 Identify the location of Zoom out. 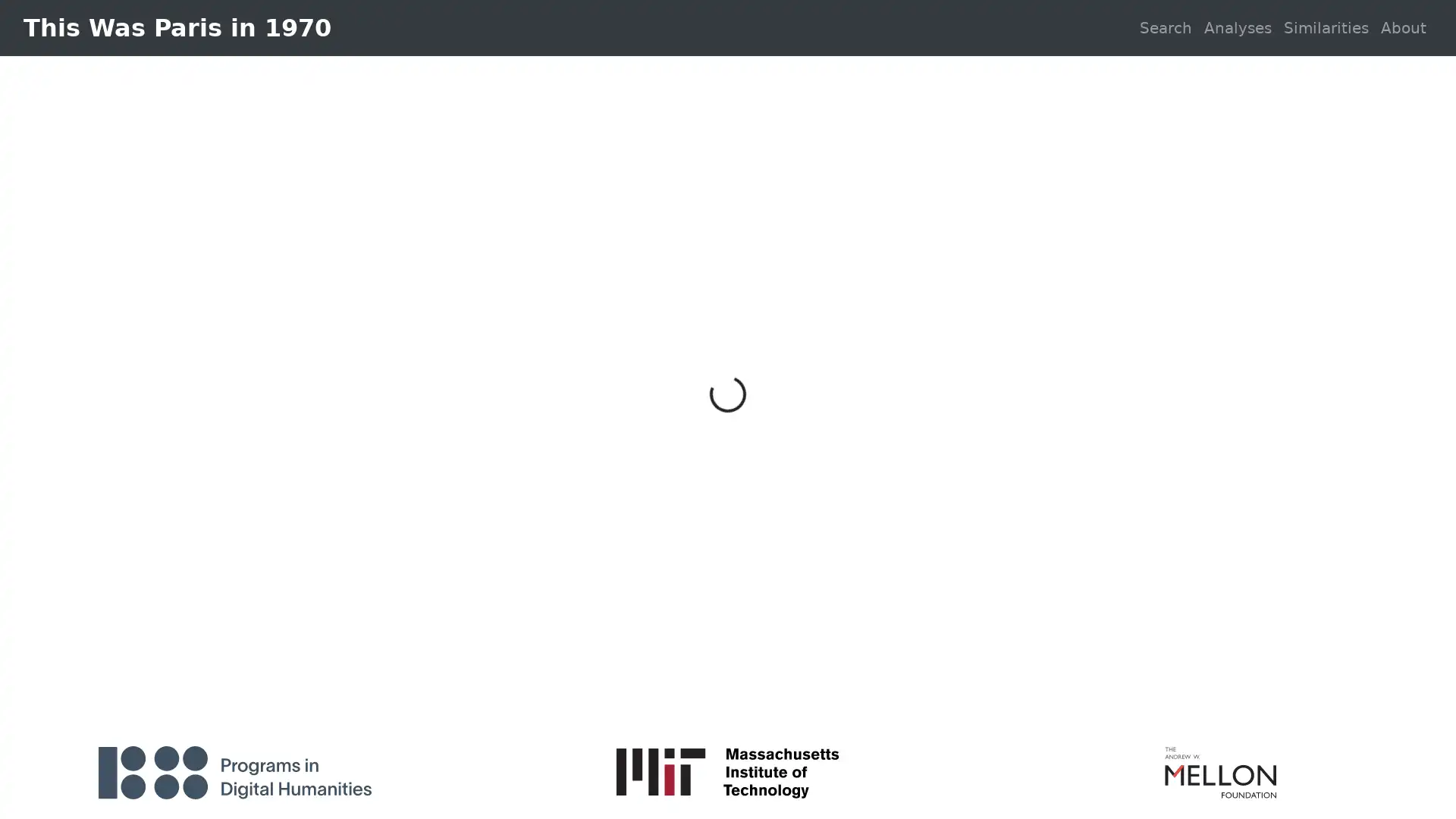
(20, 714).